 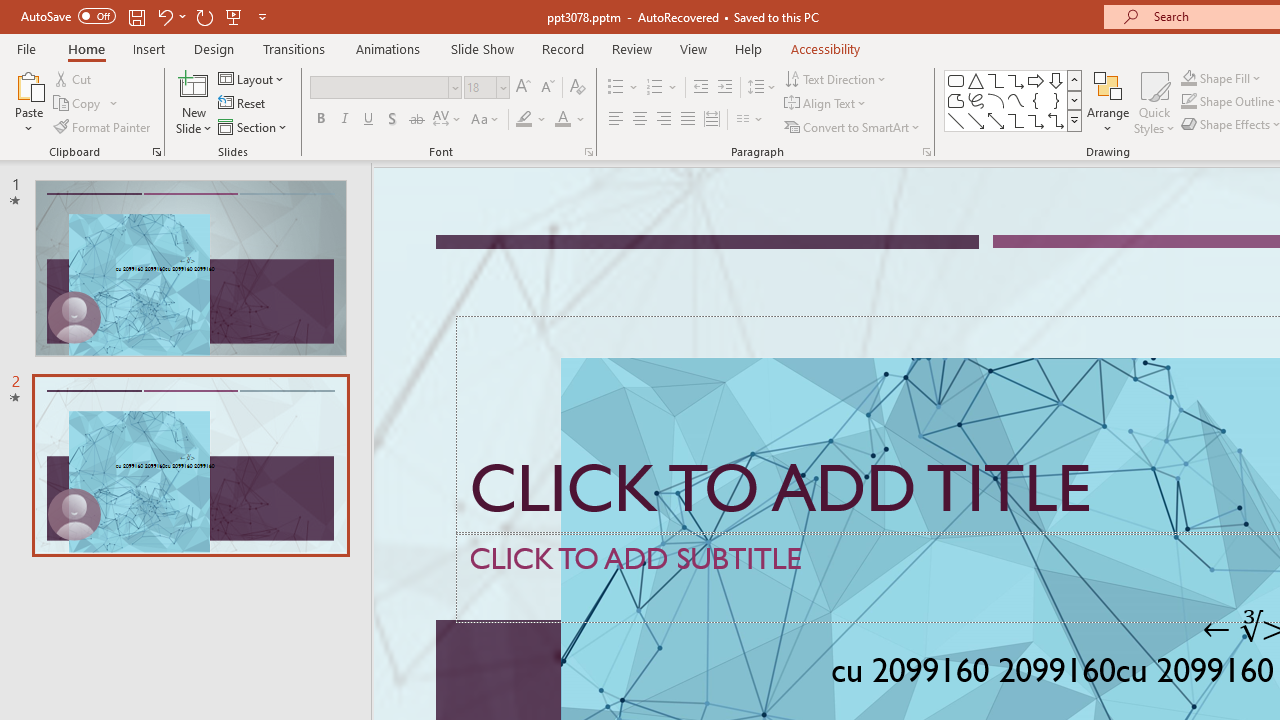 What do you see at coordinates (1189, 77) in the screenshot?
I see `'Shape Fill Dark Green, Accent 2'` at bounding box center [1189, 77].